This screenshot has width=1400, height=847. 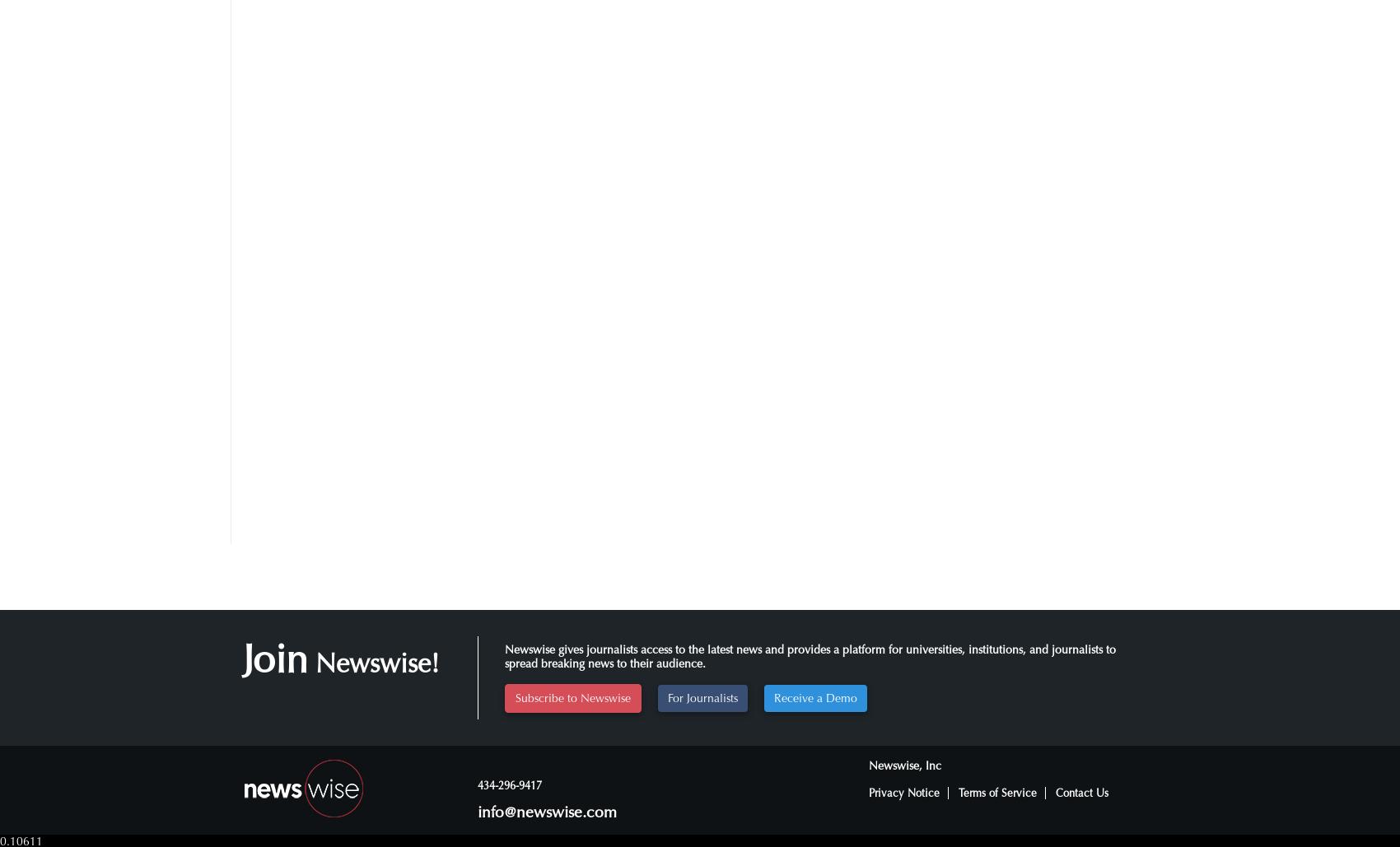 I want to click on 'Subscribe to Newswise', so click(x=514, y=696).